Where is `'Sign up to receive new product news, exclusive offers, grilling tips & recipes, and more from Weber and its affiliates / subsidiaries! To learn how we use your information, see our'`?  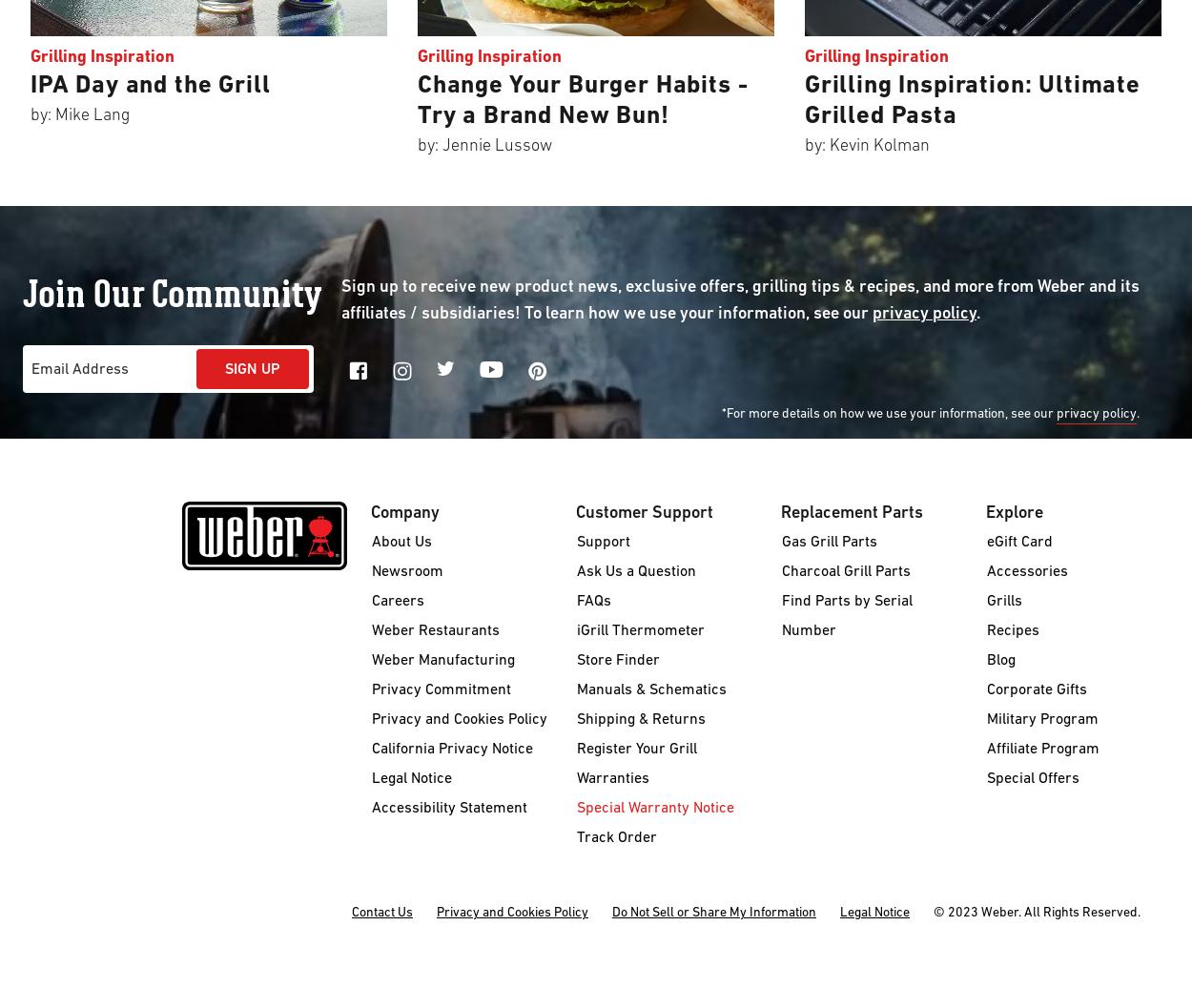
'Sign up to receive new product news, exclusive offers, grilling tips & recipes, and more from Weber and its affiliates / subsidiaries! To learn how we use your information, see our' is located at coordinates (740, 300).